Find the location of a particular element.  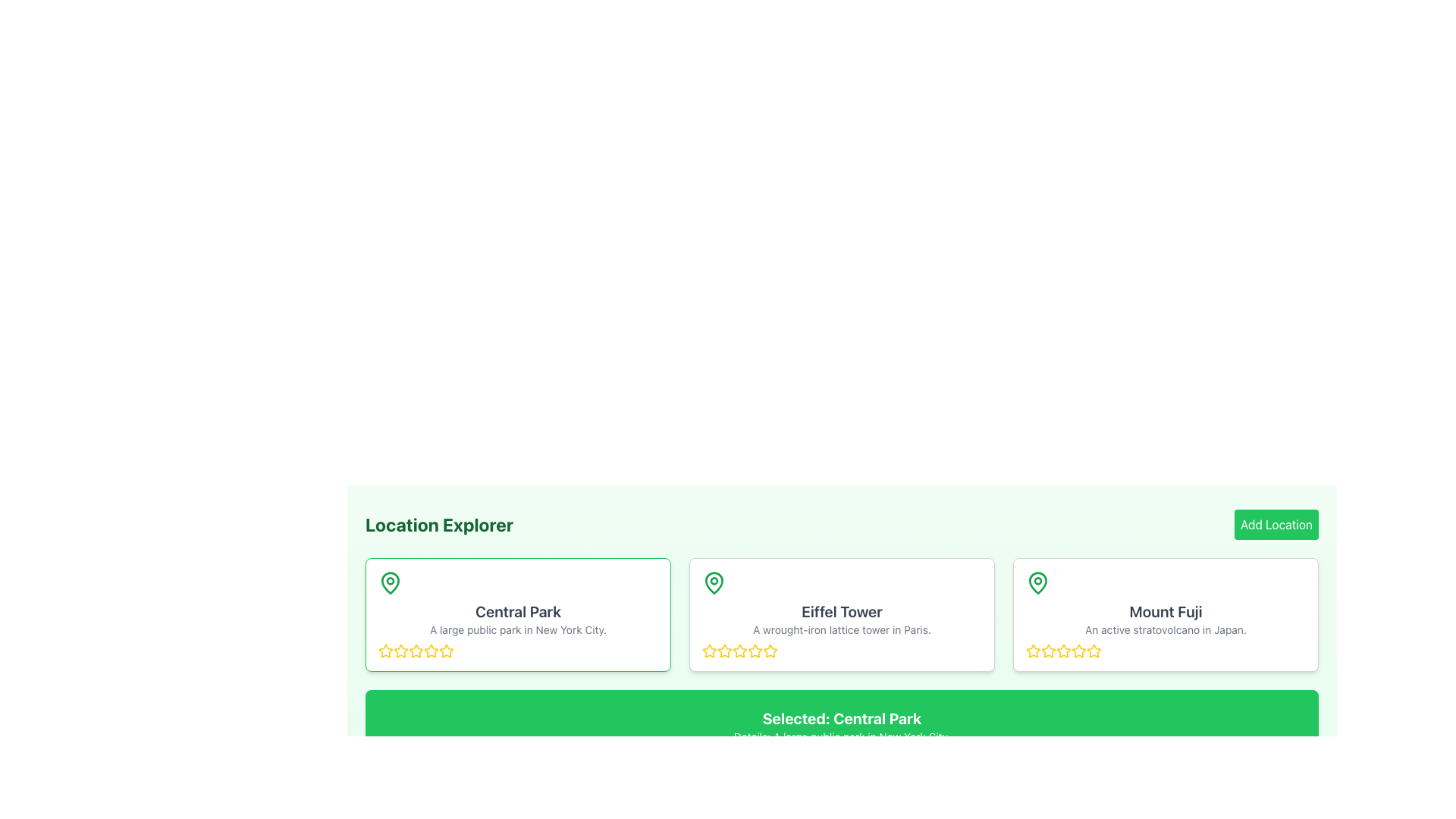

the third star in the five-star rating system for 'Central Park' is located at coordinates (400, 651).